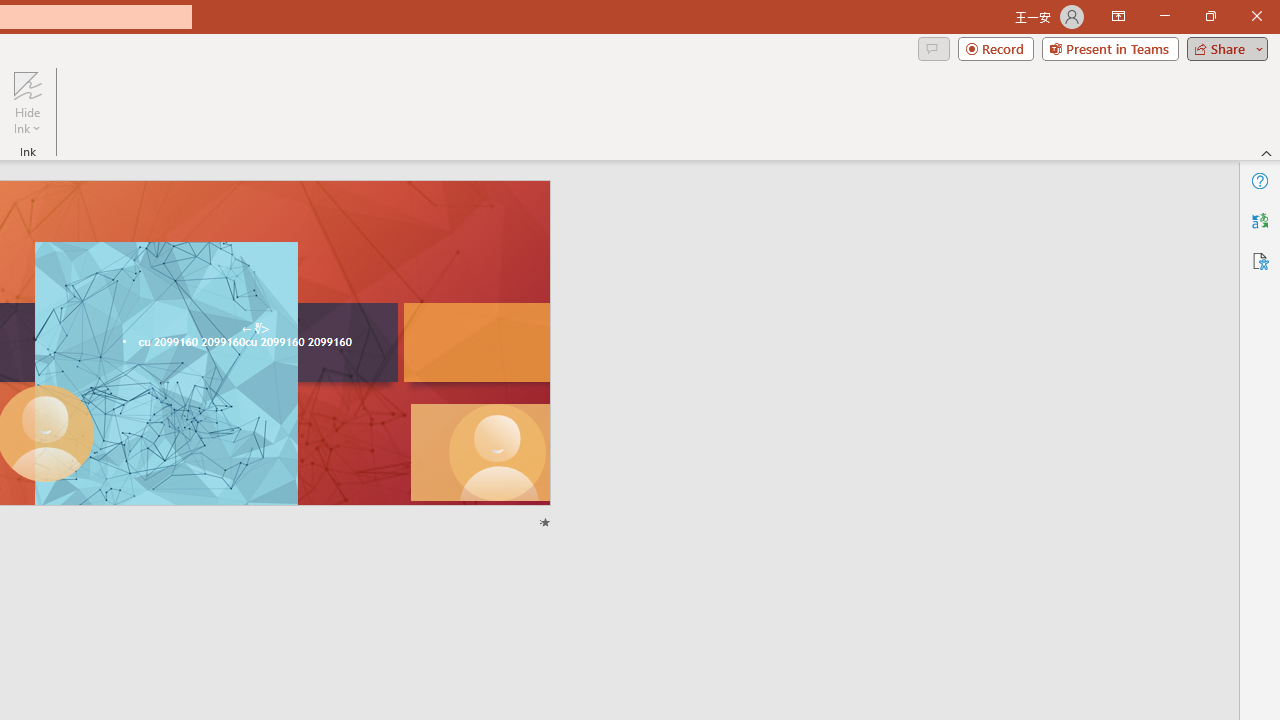 This screenshot has height=720, width=1280. I want to click on 'Collapse the Ribbon', so click(1266, 152).